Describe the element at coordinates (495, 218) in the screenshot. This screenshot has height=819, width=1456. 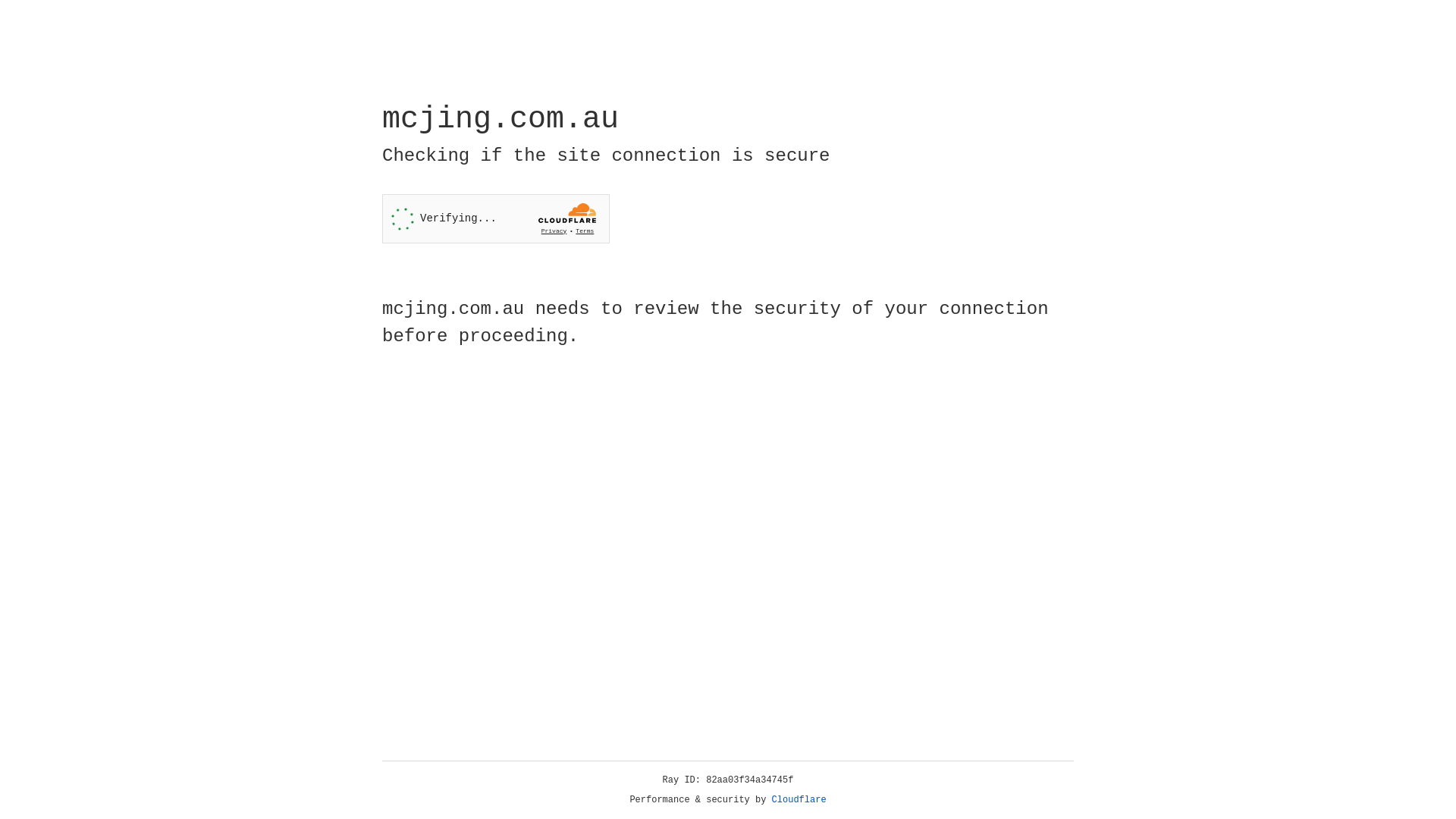
I see `'Widget containing a Cloudflare security challenge'` at that location.